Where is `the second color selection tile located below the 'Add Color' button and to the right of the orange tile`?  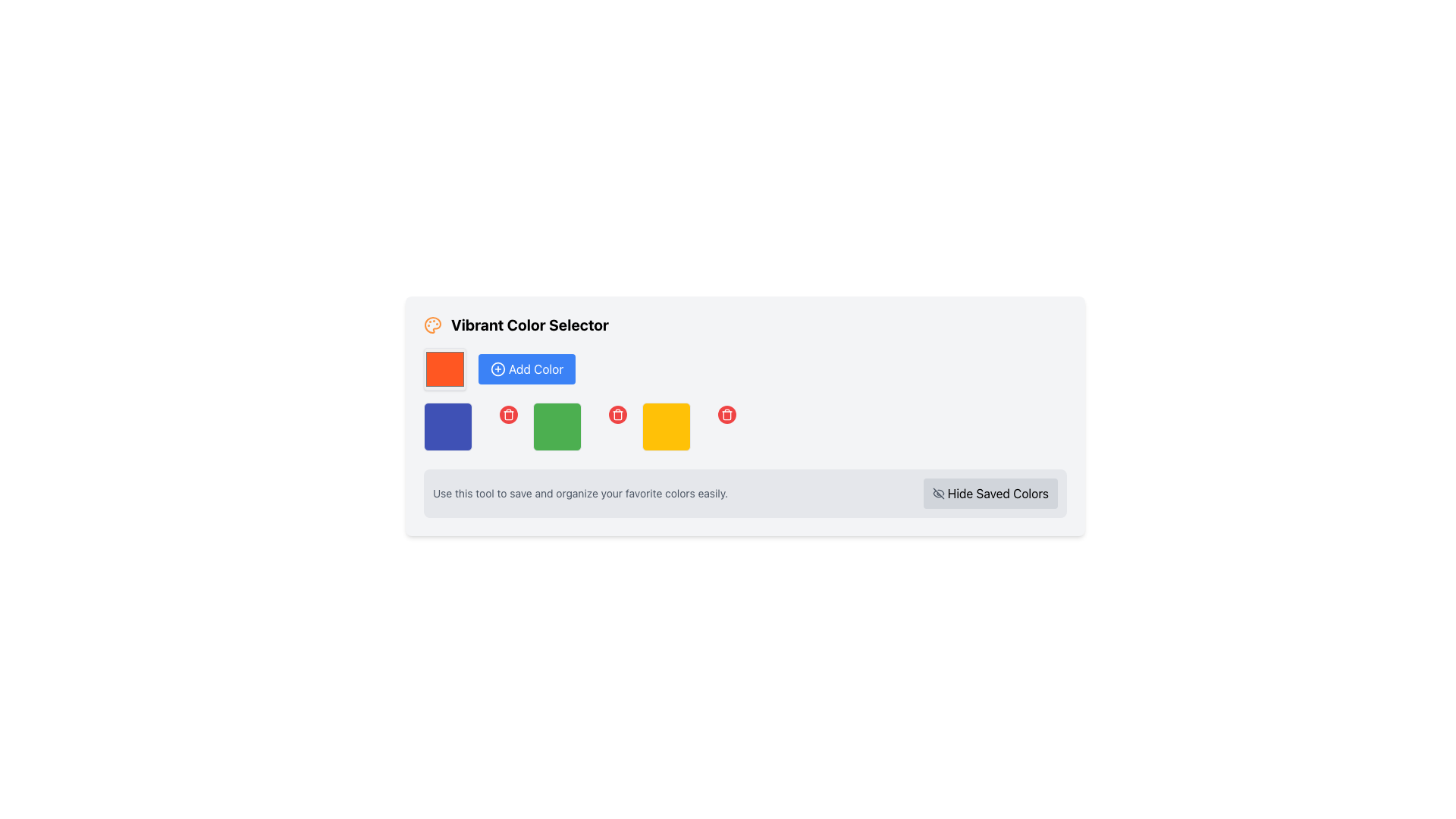 the second color selection tile located below the 'Add Color' button and to the right of the orange tile is located at coordinates (447, 427).